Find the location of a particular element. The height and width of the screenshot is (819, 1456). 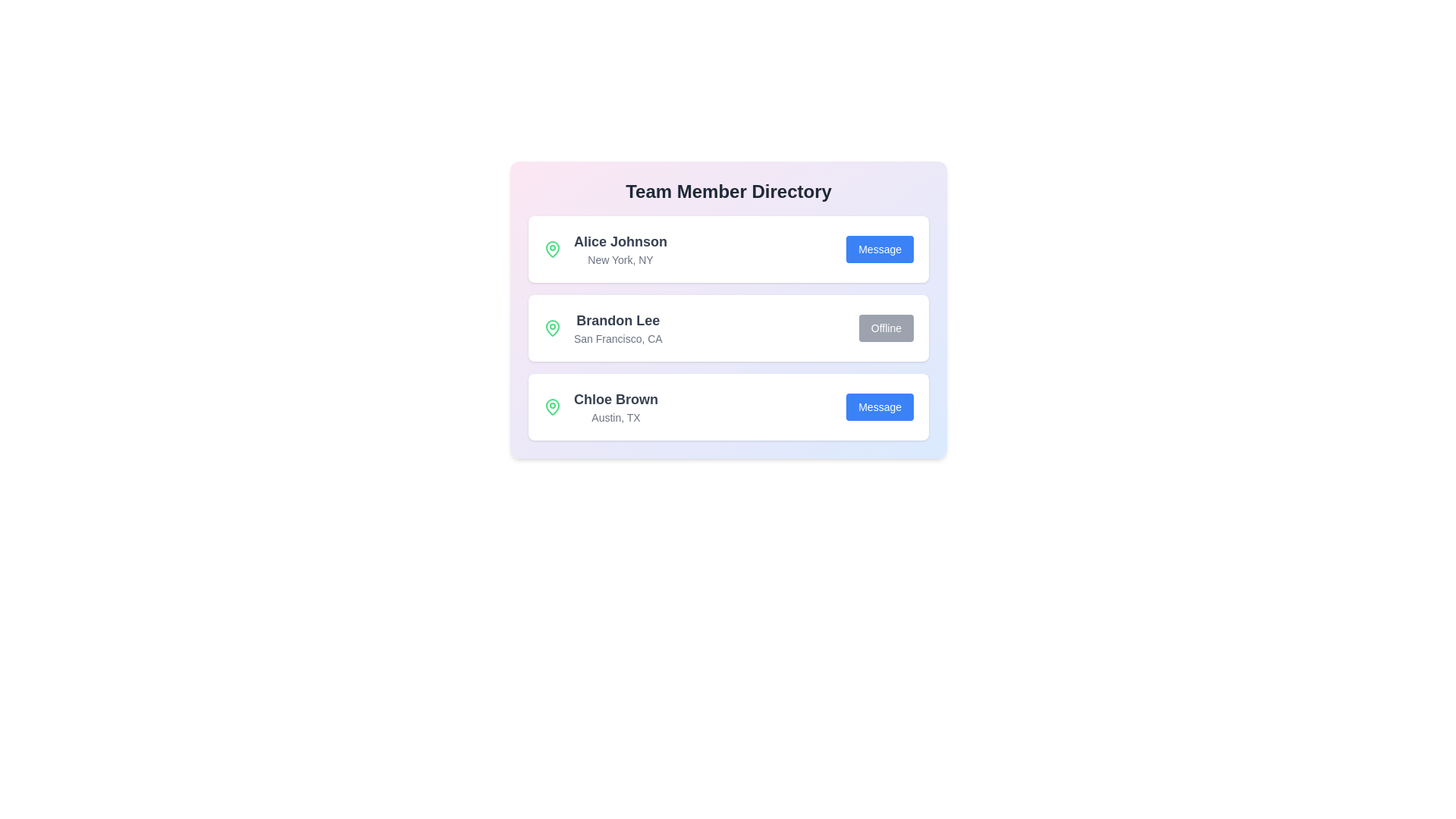

'Message' button for the contact Alice Johnson is located at coordinates (880, 248).